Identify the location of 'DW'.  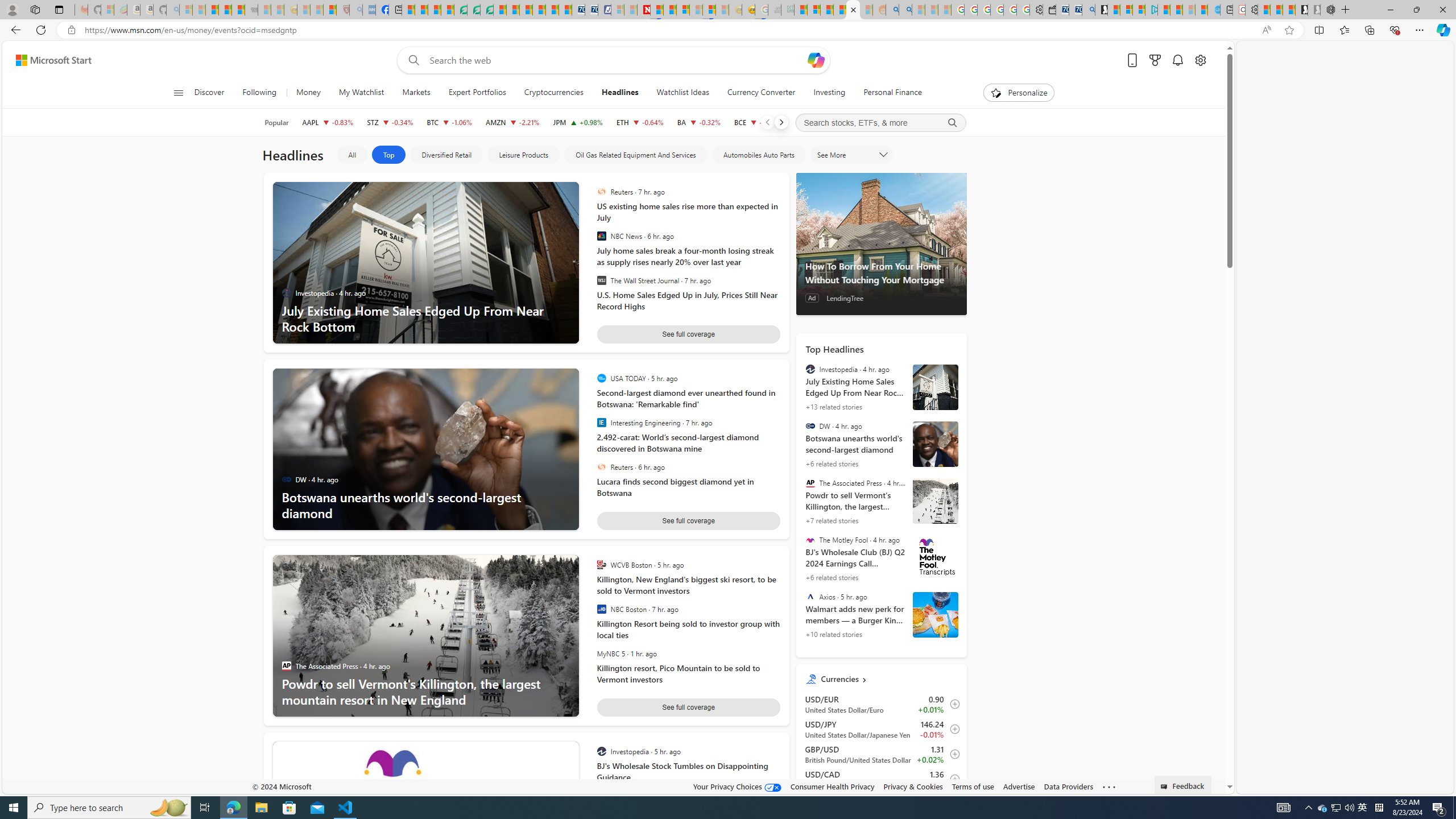
(809, 425).